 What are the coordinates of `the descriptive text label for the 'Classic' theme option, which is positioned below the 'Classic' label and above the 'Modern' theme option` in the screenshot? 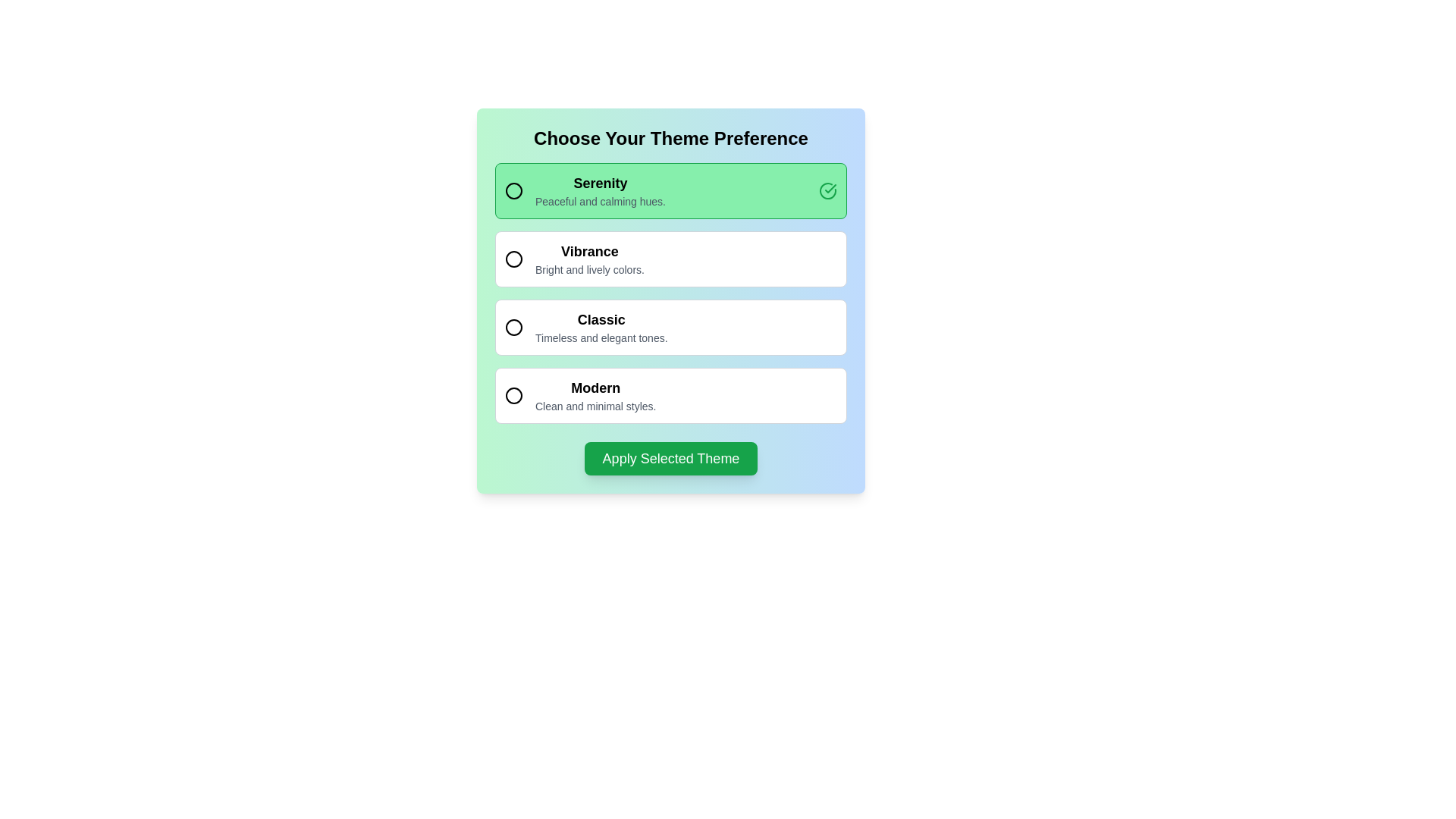 It's located at (601, 337).